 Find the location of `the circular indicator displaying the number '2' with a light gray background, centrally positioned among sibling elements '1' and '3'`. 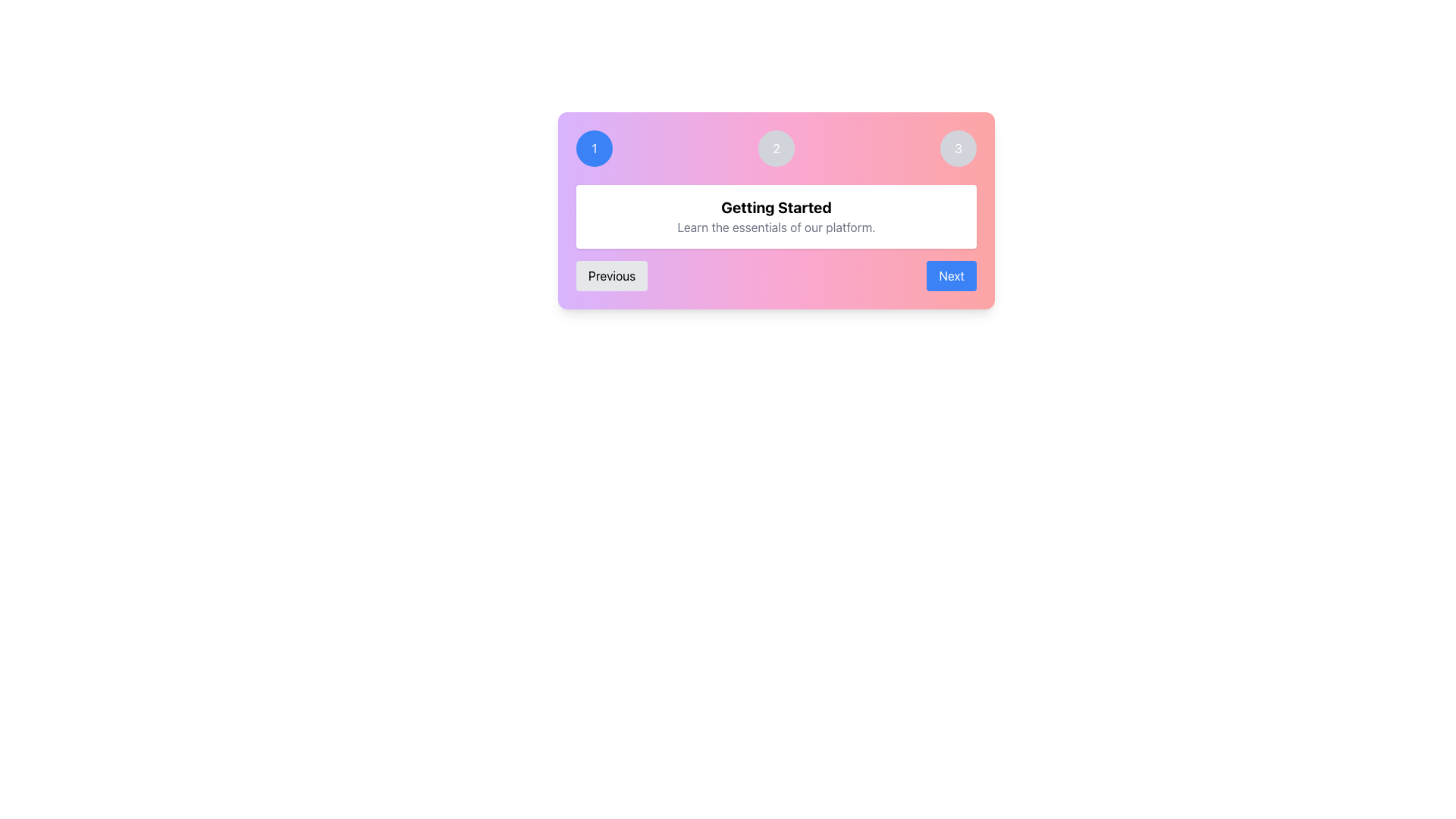

the circular indicator displaying the number '2' with a light gray background, centrally positioned among sibling elements '1' and '3' is located at coordinates (776, 149).